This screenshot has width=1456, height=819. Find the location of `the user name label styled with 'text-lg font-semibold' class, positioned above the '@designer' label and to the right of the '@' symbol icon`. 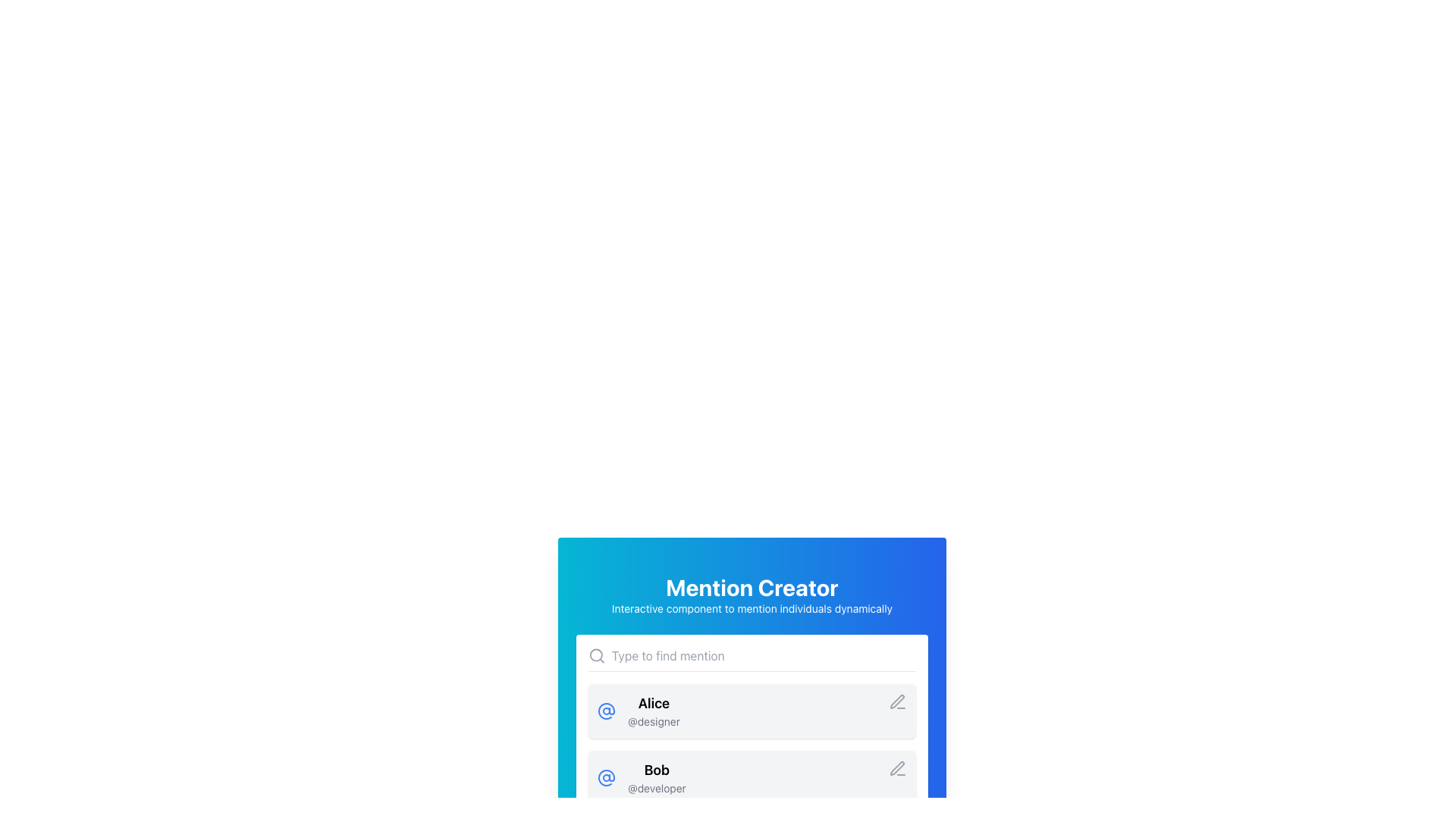

the user name label styled with 'text-lg font-semibold' class, positioned above the '@designer' label and to the right of the '@' symbol icon is located at coordinates (654, 704).